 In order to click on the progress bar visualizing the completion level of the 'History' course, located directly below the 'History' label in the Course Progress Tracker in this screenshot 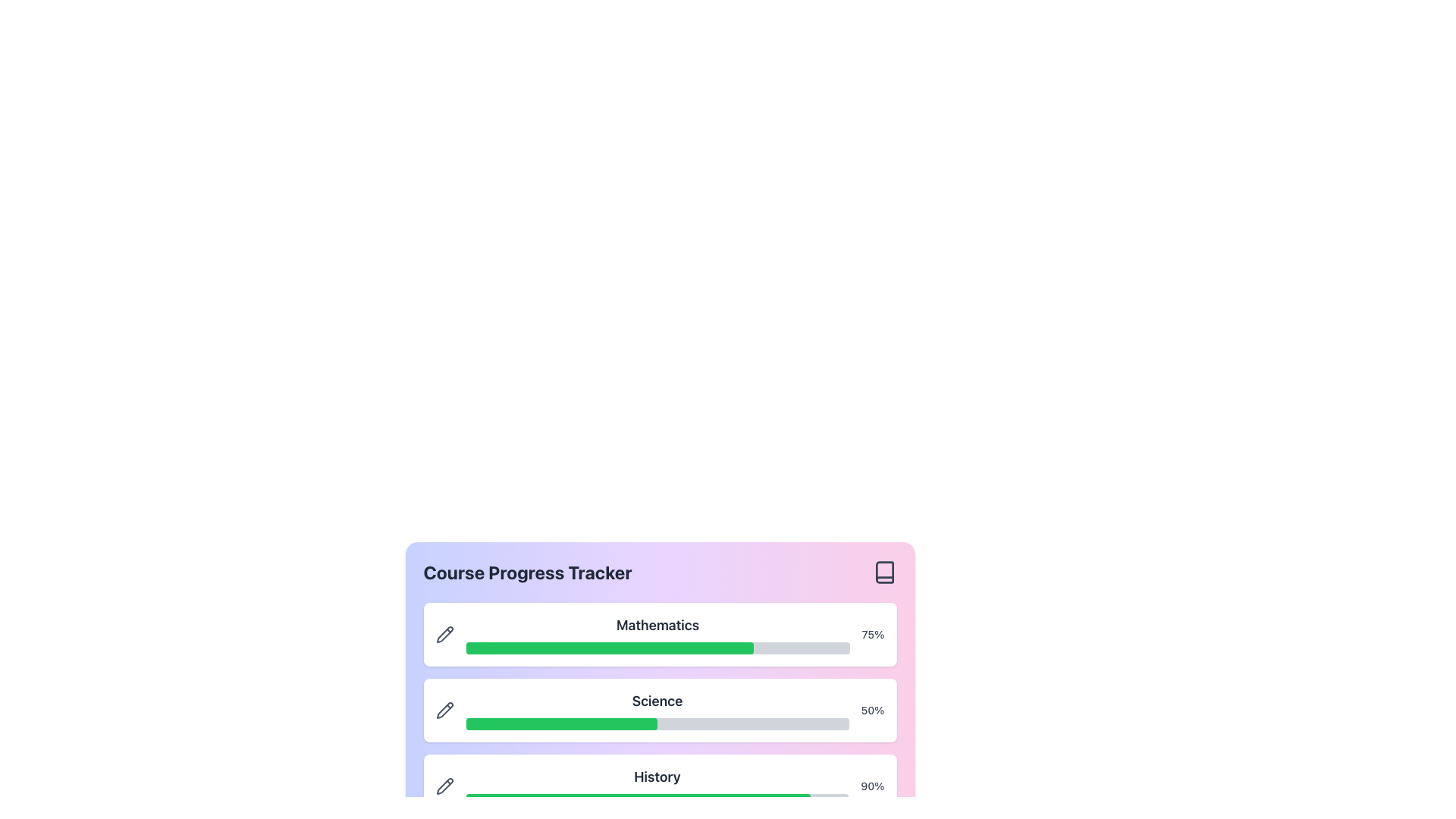, I will do `click(657, 799)`.